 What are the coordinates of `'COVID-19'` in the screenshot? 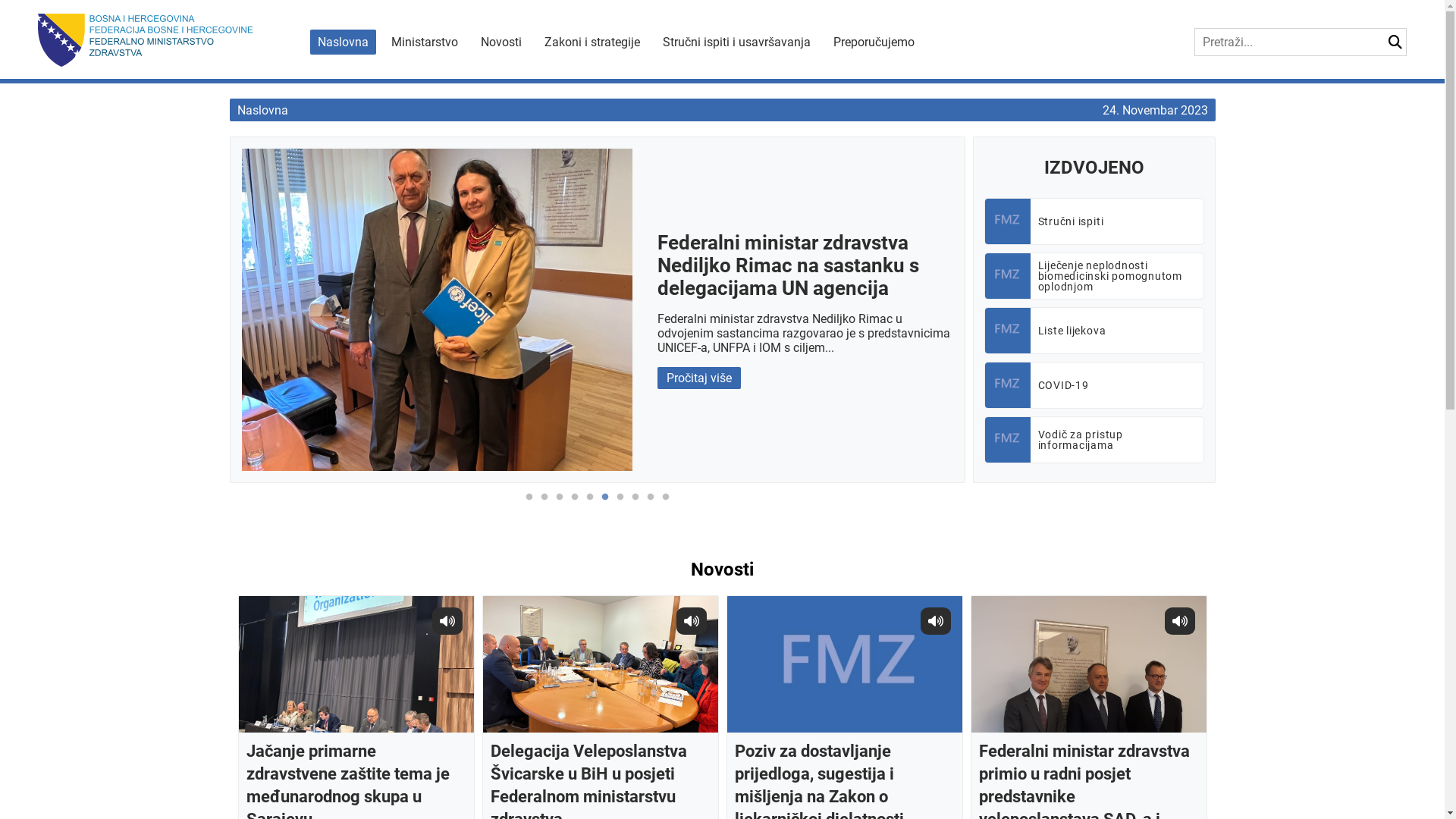 It's located at (1094, 384).